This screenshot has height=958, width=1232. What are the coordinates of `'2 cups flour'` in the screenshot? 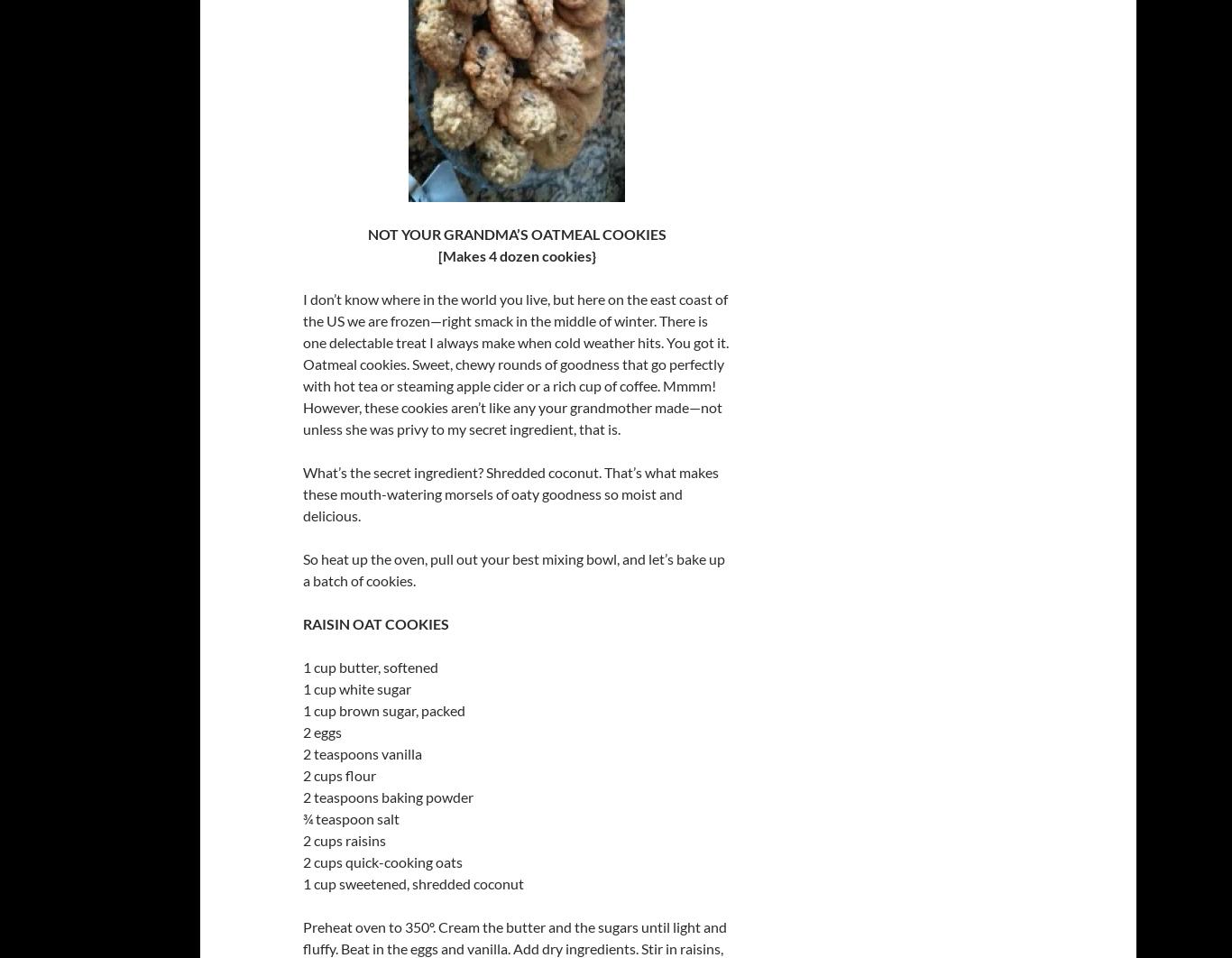 It's located at (338, 774).